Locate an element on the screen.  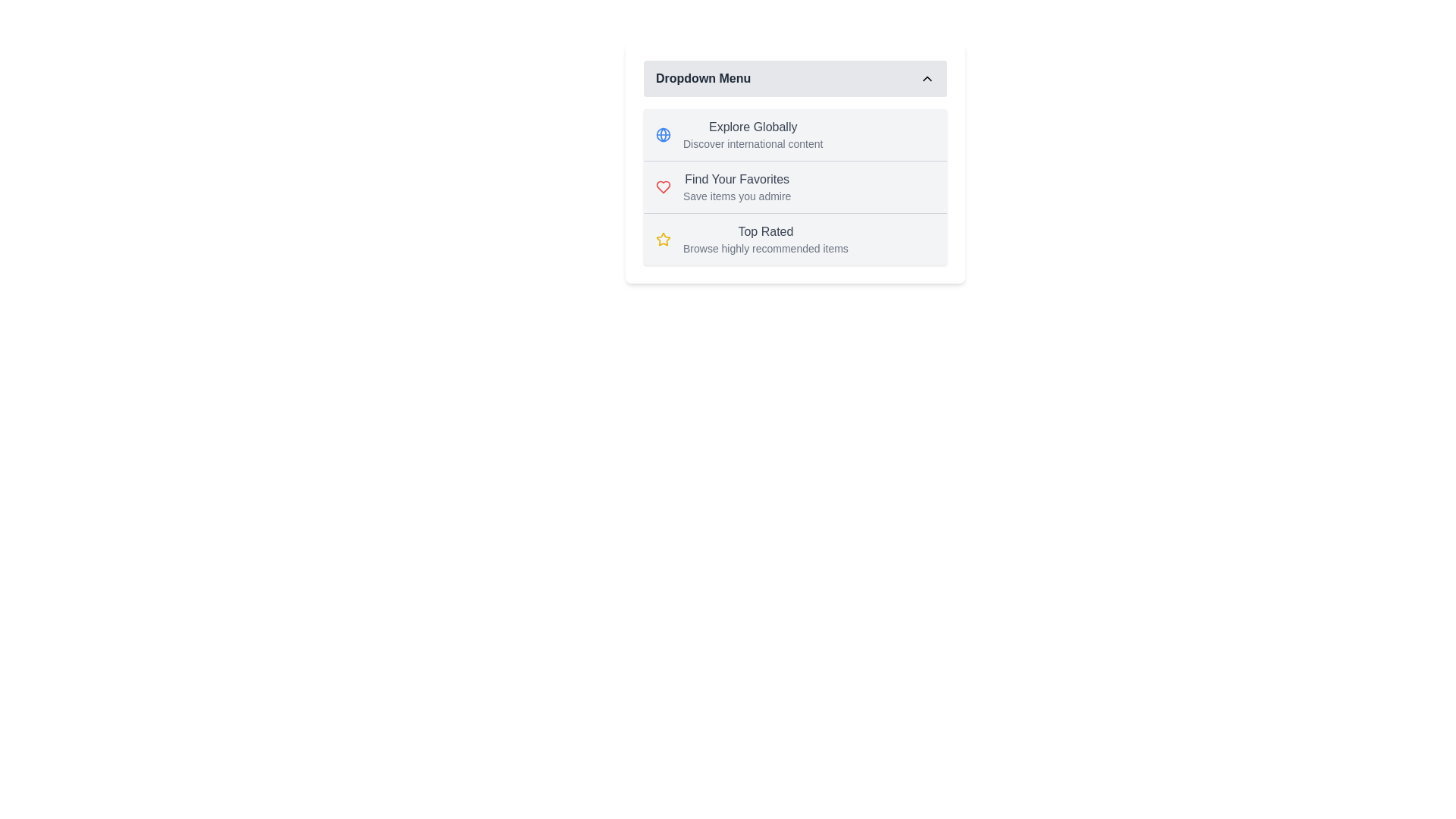
the Text Label at the top of the dropdown menu that serves as a title or label for the respective menu item is located at coordinates (753, 127).